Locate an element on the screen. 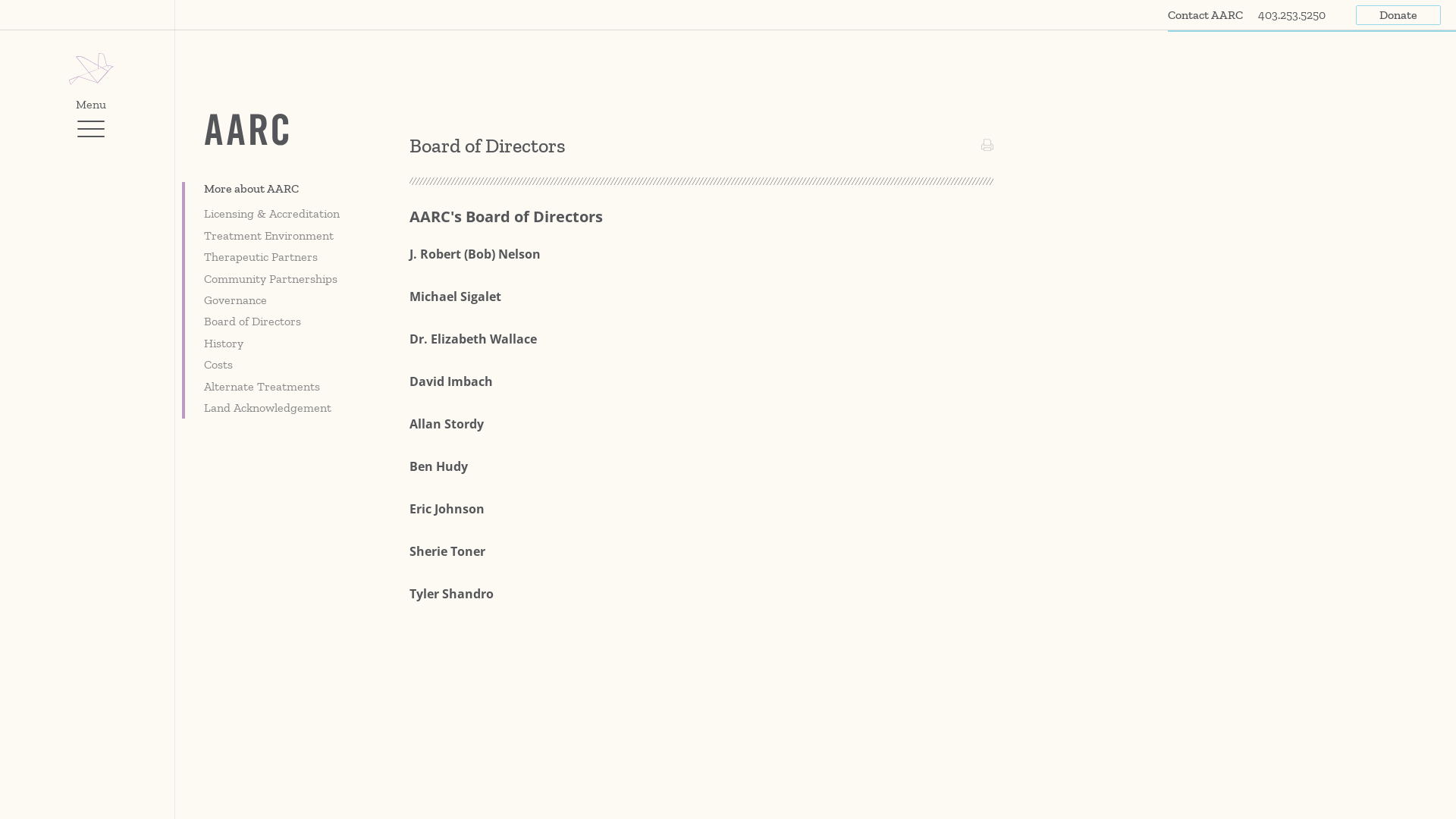 This screenshot has height=819, width=1456. 'Community Partnerships' is located at coordinates (284, 278).